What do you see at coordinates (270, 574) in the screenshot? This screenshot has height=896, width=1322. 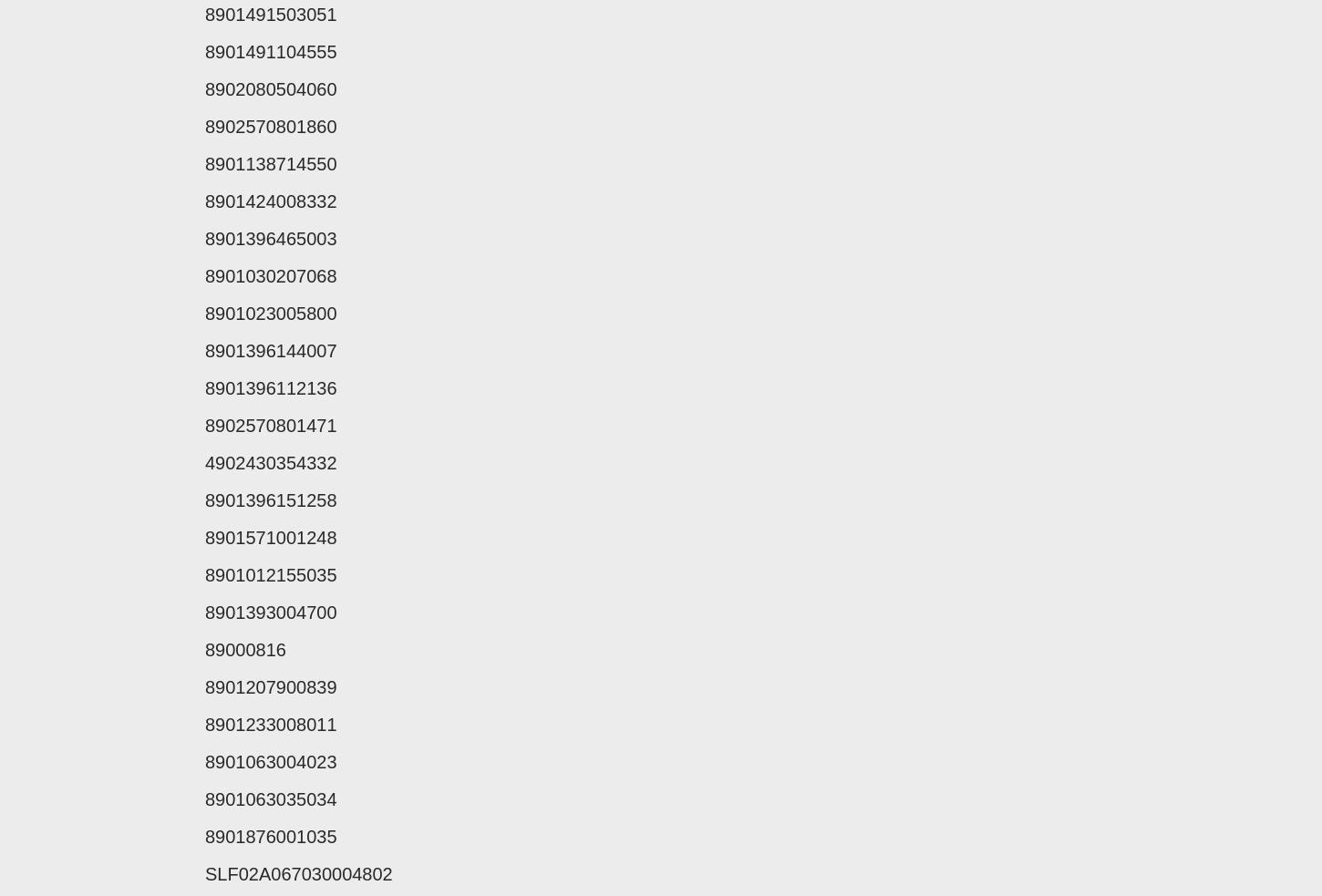 I see `'8901012155035'` at bounding box center [270, 574].